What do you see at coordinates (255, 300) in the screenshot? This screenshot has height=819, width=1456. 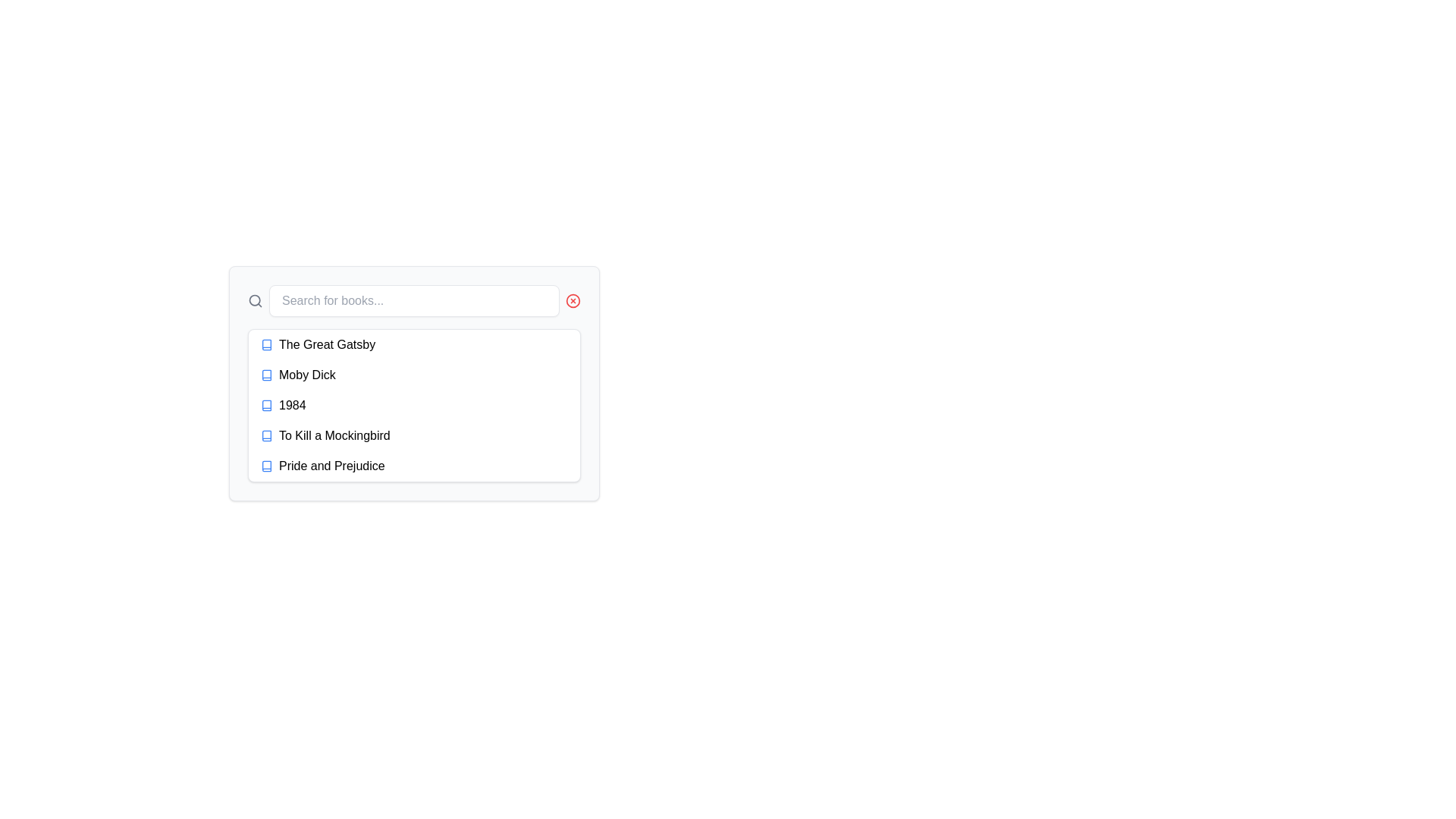 I see `the search button icon by clicking on the center of the graphical element that represents the lens of the magnifying glass` at bounding box center [255, 300].